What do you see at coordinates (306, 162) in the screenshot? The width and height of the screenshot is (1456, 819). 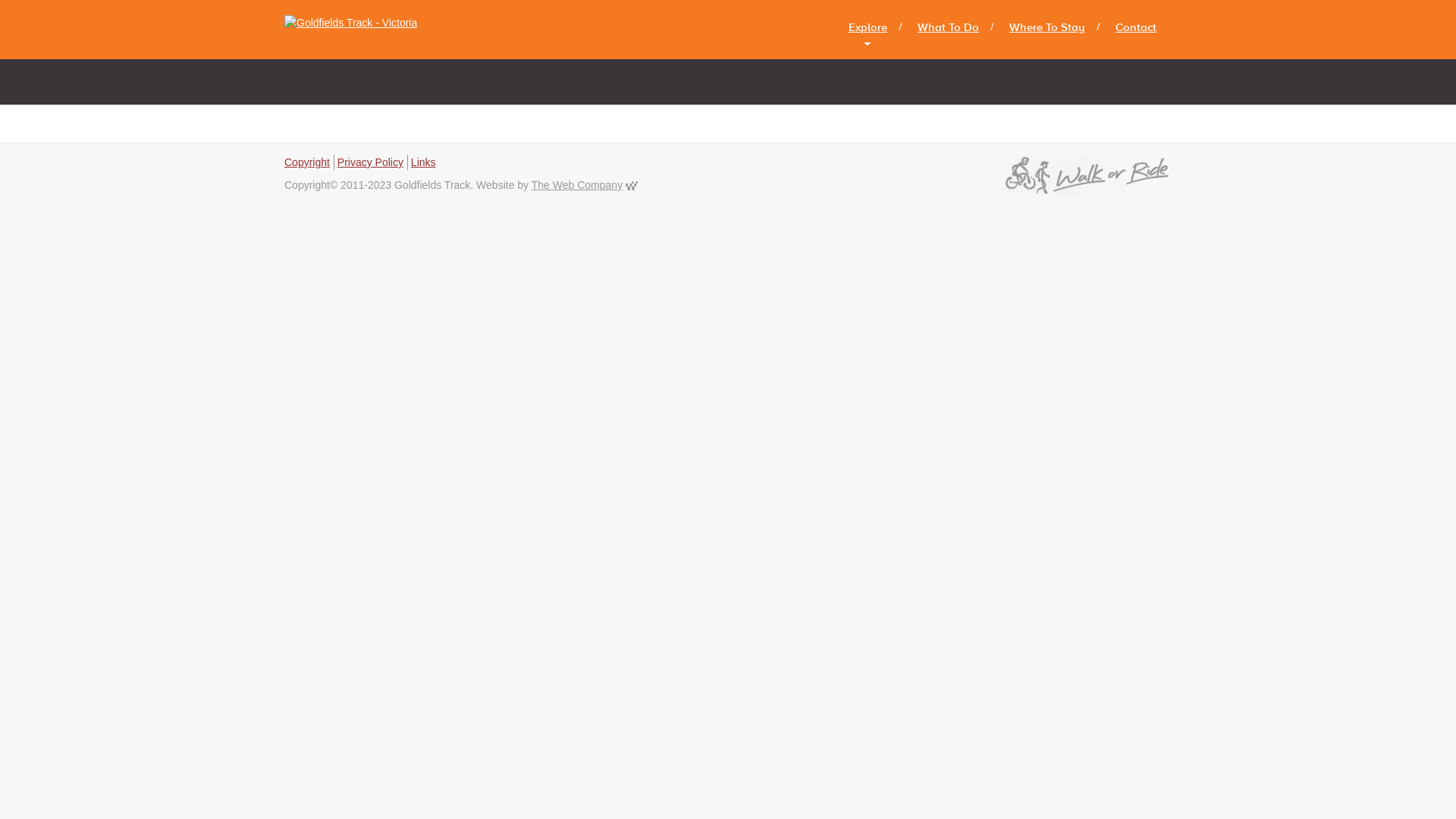 I see `'Copyright'` at bounding box center [306, 162].